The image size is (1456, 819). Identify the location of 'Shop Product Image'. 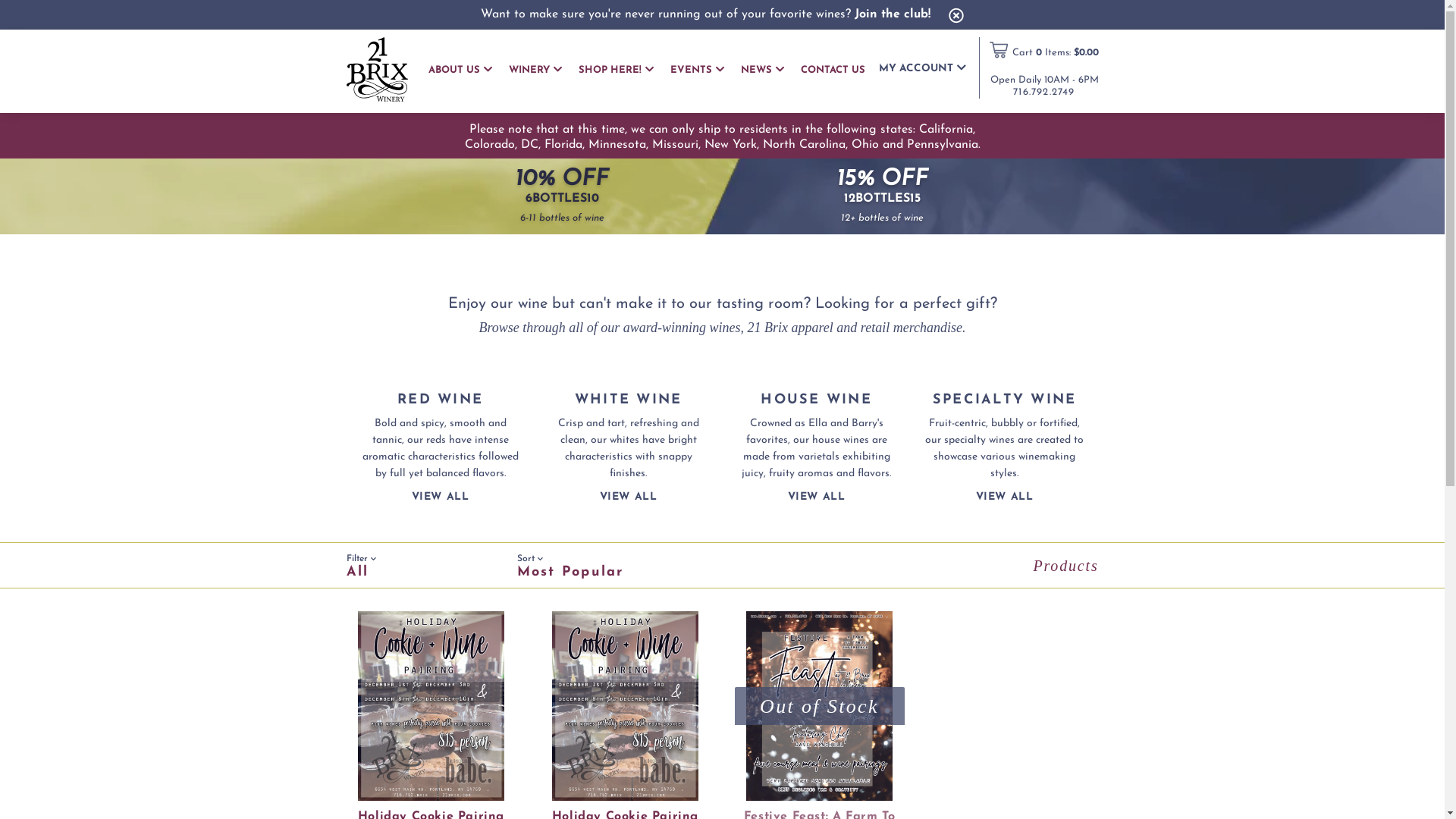
(625, 705).